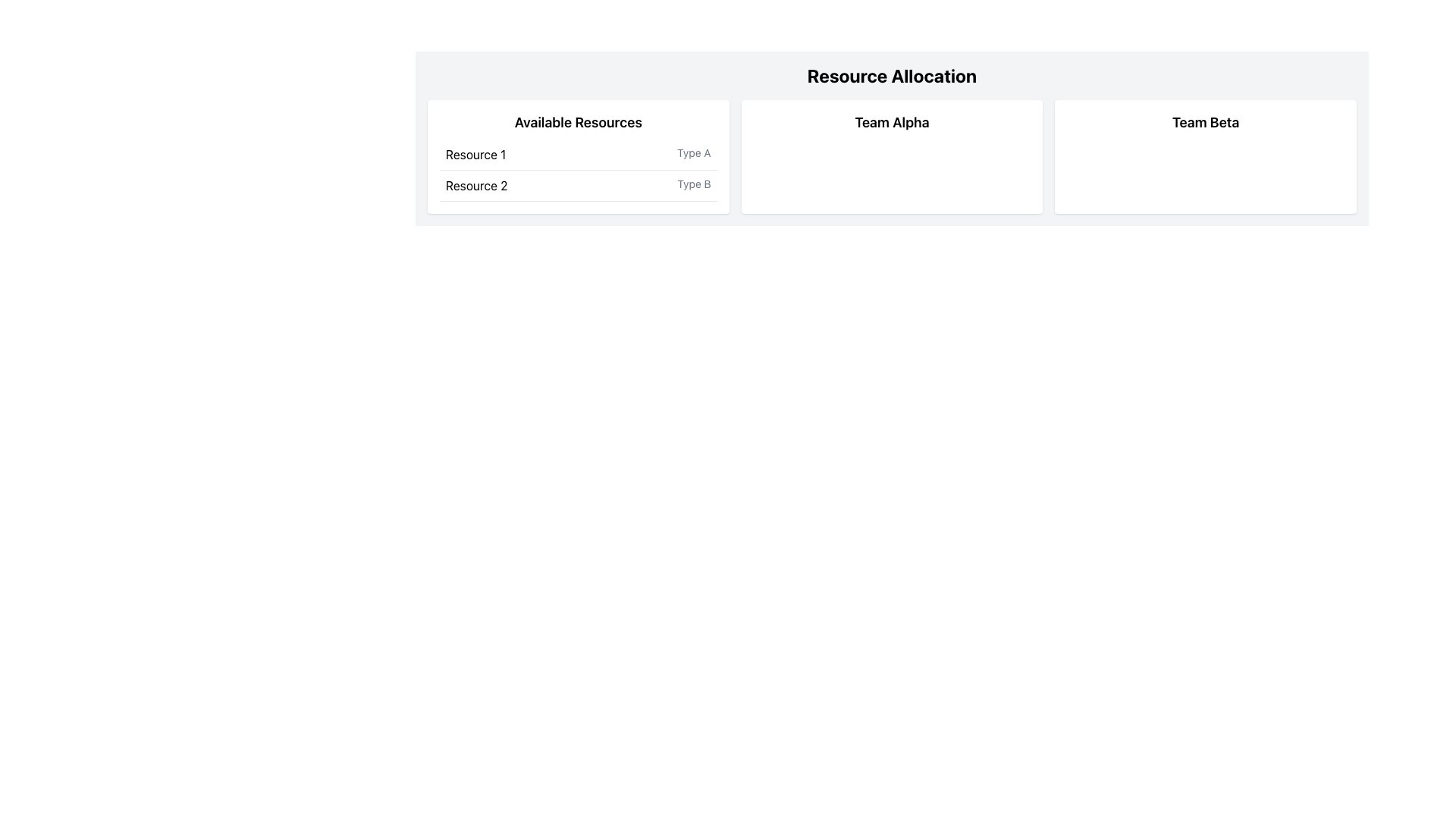  What do you see at coordinates (693, 185) in the screenshot?
I see `the small gray text label containing 'Type B', located to the right of the 'Resource 2' row in the 'Type' column under 'Available Resources'` at bounding box center [693, 185].